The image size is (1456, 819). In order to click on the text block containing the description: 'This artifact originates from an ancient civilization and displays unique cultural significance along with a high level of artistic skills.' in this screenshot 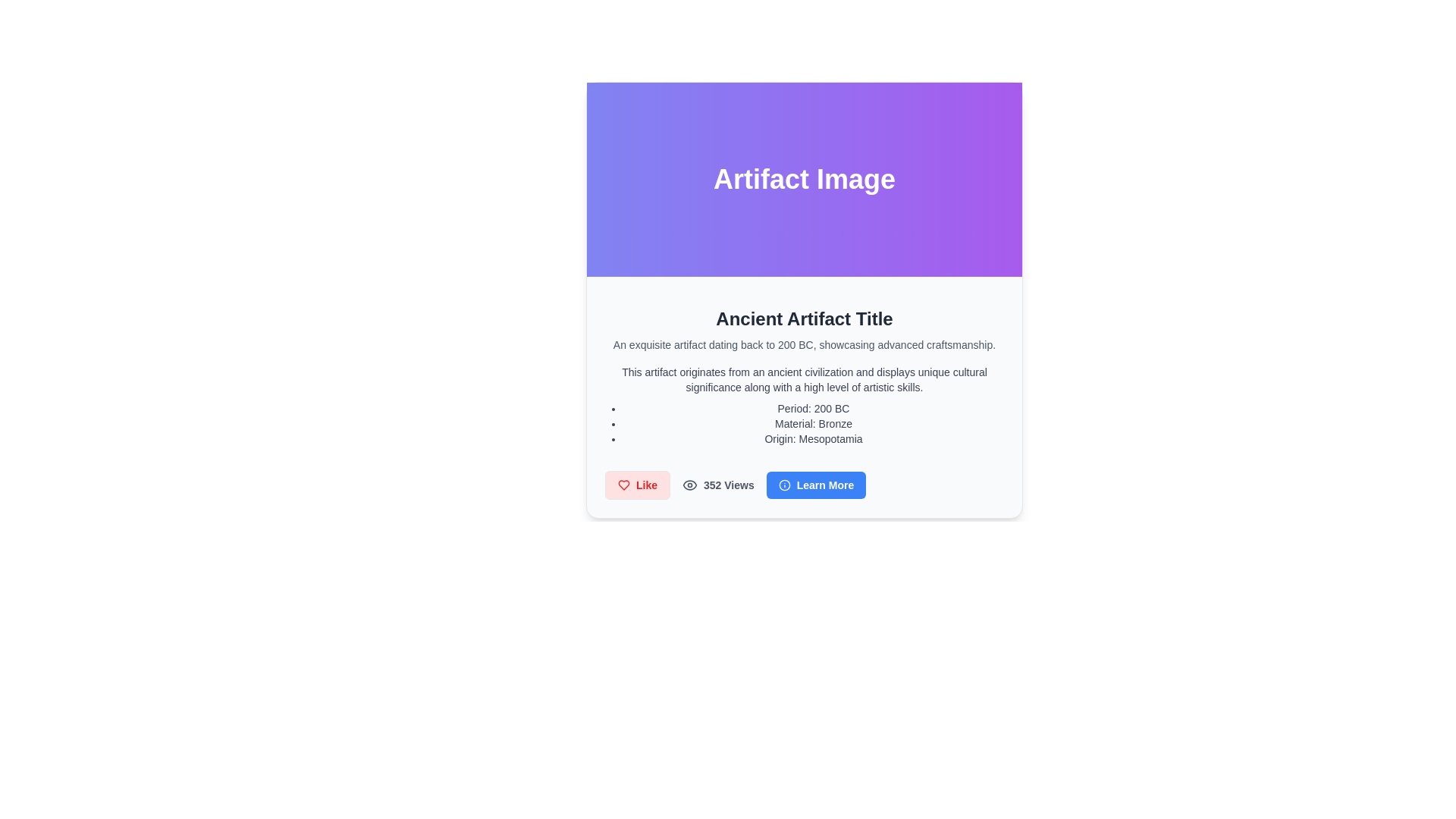, I will do `click(803, 379)`.